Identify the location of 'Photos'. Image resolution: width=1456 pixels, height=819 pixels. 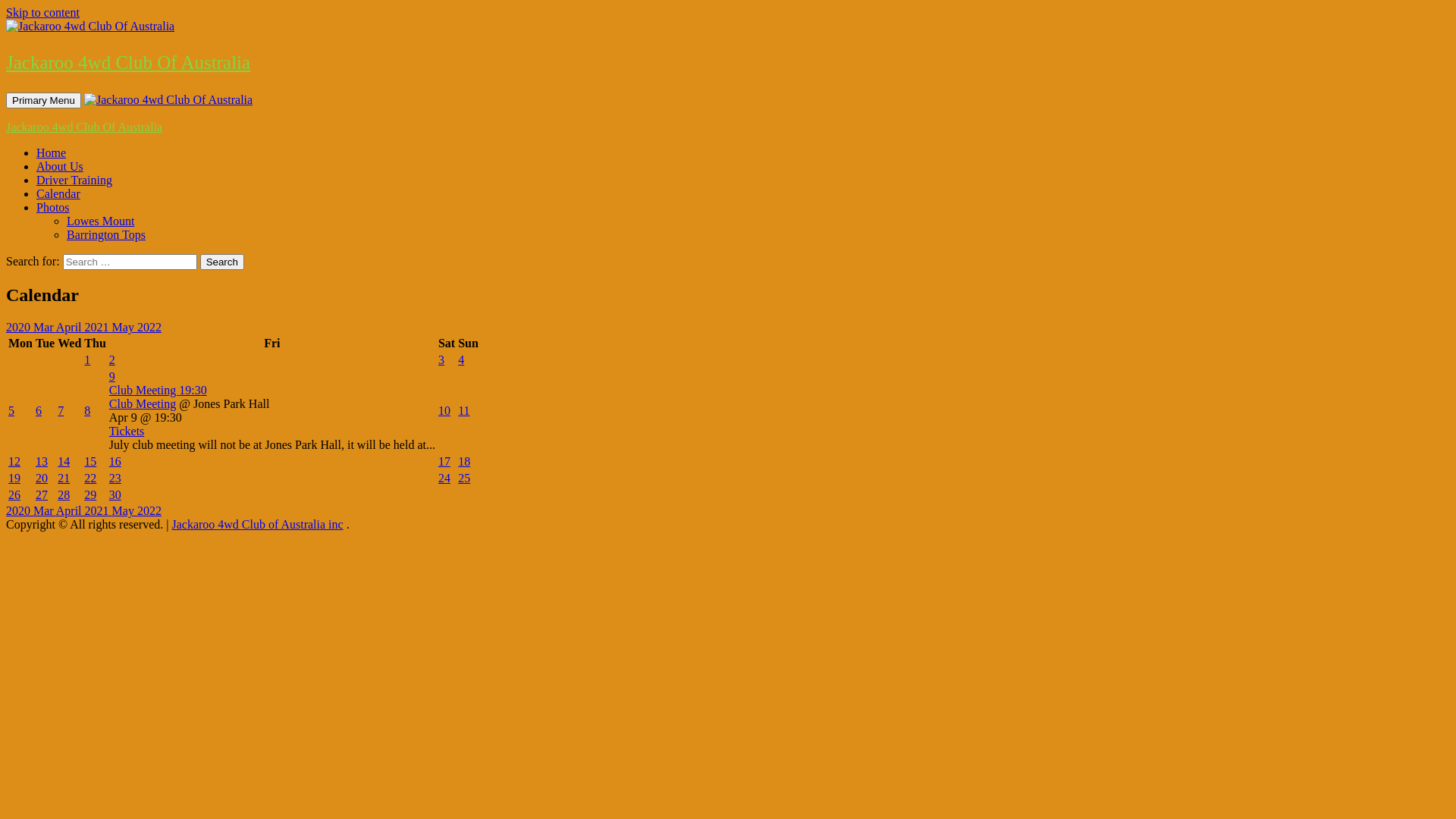
(53, 207).